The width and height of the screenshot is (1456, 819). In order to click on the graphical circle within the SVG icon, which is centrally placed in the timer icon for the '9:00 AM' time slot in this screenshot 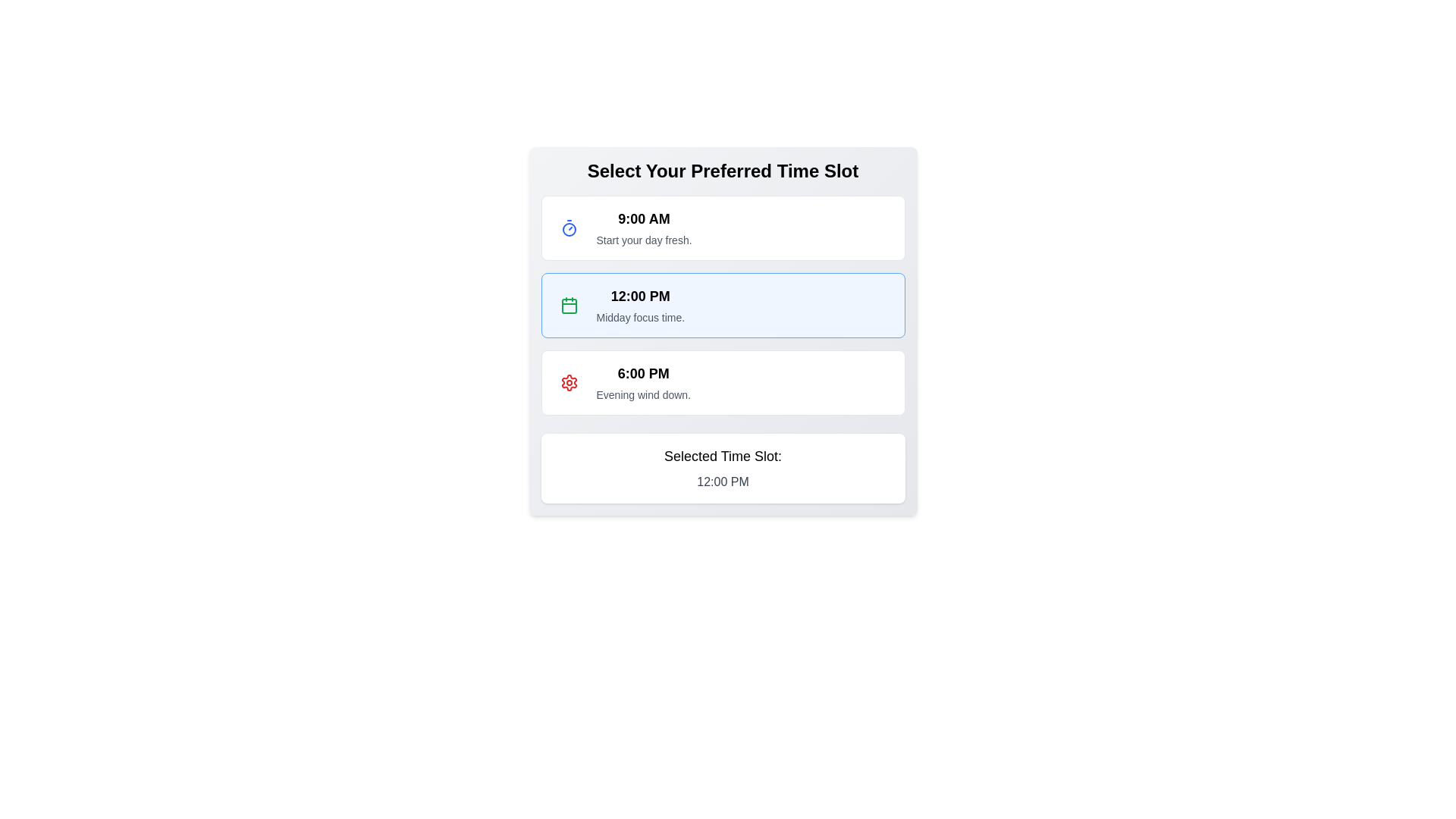, I will do `click(568, 230)`.